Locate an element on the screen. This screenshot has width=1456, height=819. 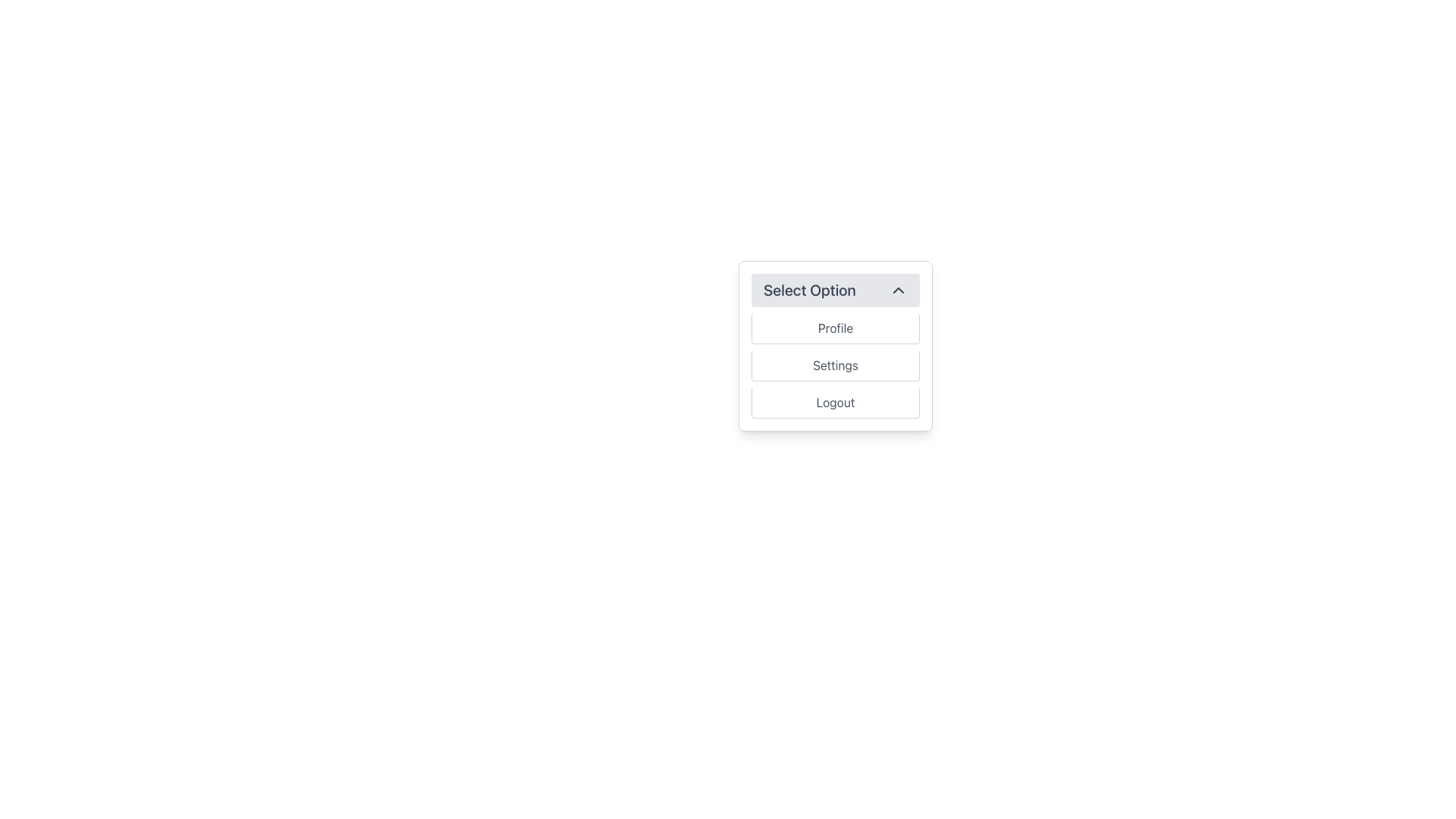
the 'Settings' menu item, which is the second option in the dropdown menu under 'Select Option' is located at coordinates (835, 366).